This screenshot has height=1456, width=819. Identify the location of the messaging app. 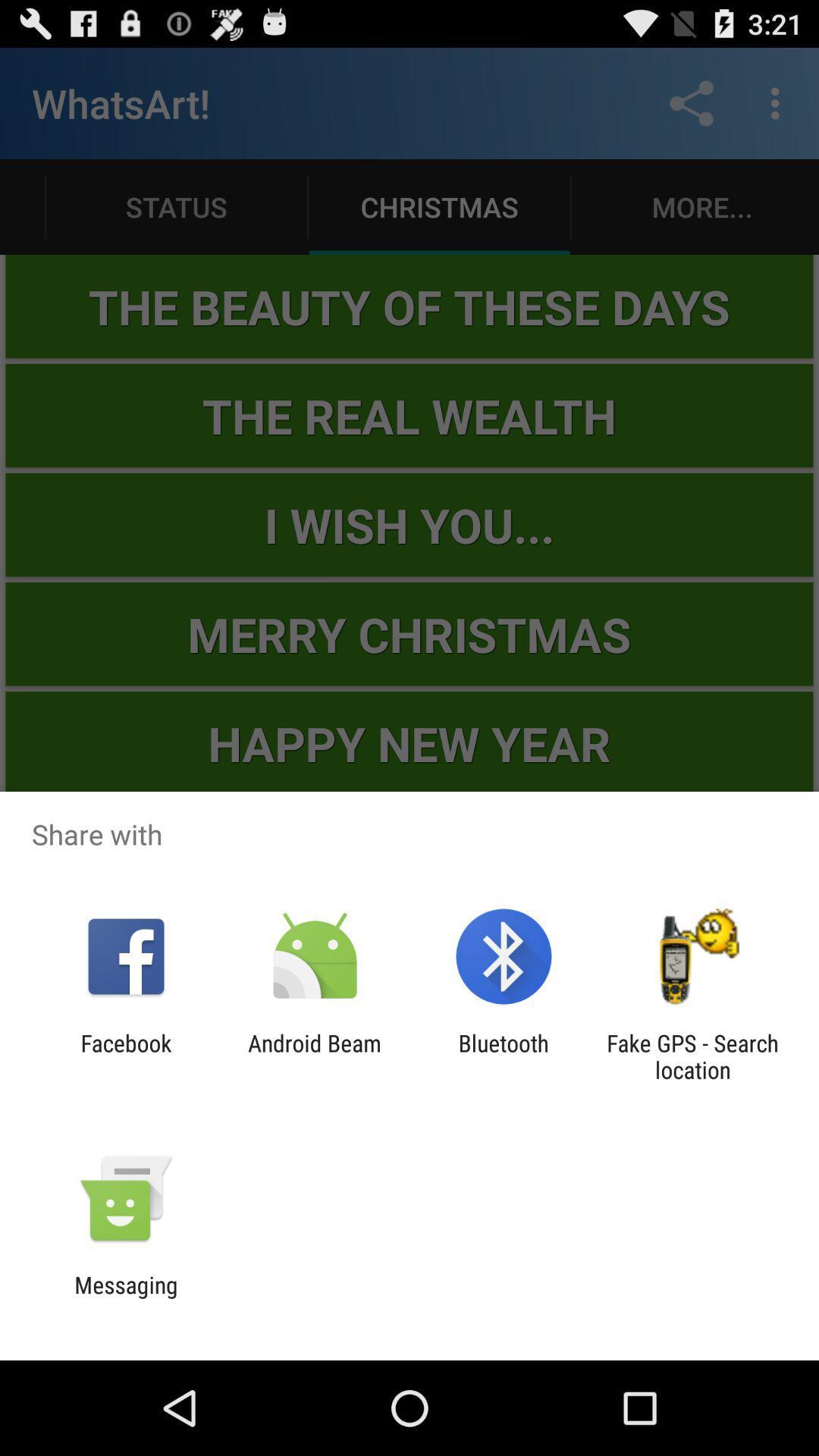
(125, 1298).